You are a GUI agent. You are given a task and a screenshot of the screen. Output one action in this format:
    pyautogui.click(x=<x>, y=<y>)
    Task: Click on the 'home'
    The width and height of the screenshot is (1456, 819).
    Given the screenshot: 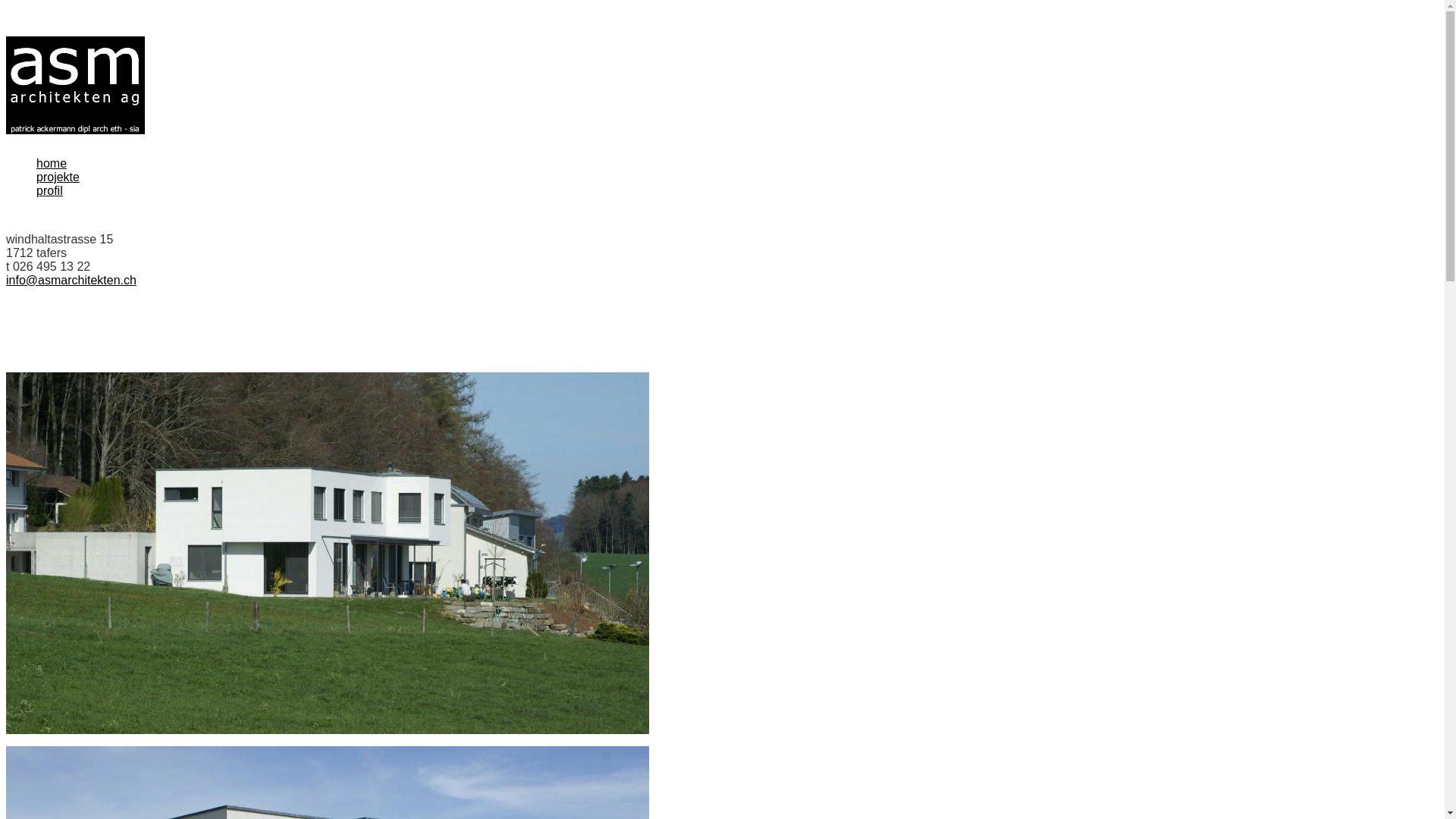 What is the action you would take?
    pyautogui.click(x=51, y=163)
    